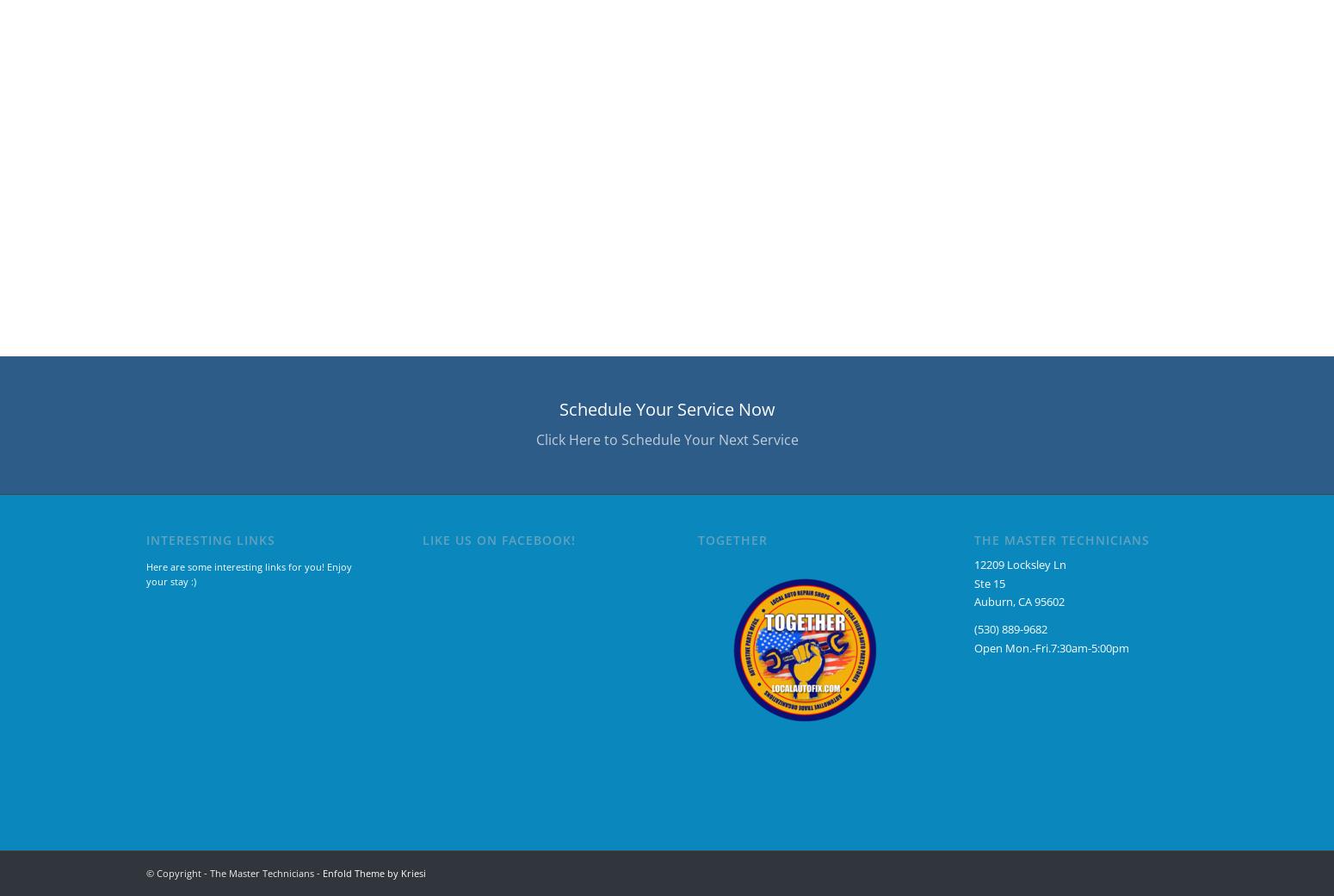  What do you see at coordinates (249, 572) in the screenshot?
I see `'Here are some interesting links for you! Enjoy your stay :)'` at bounding box center [249, 572].